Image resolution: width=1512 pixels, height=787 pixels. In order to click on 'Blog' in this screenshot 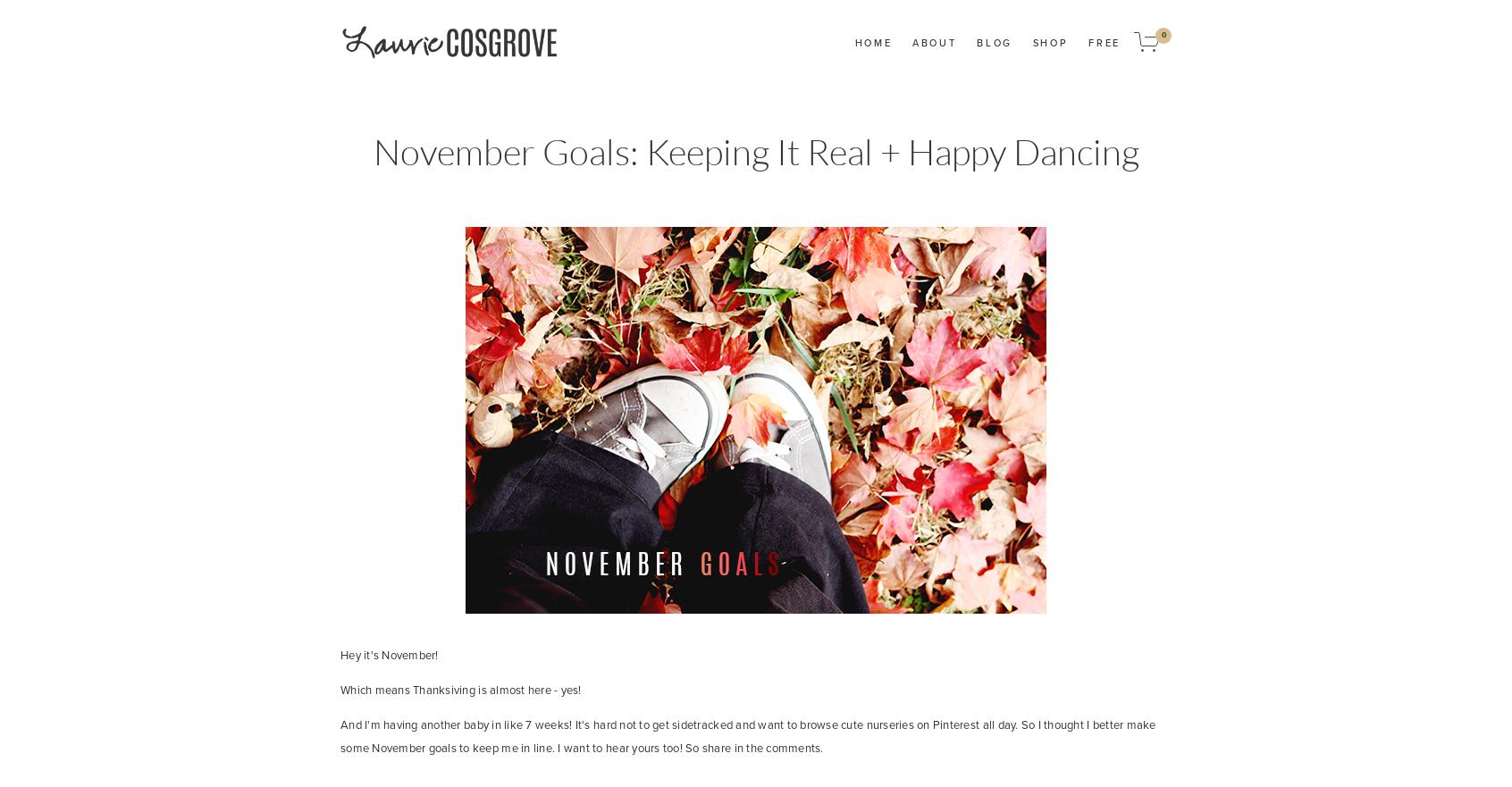, I will do `click(994, 41)`.